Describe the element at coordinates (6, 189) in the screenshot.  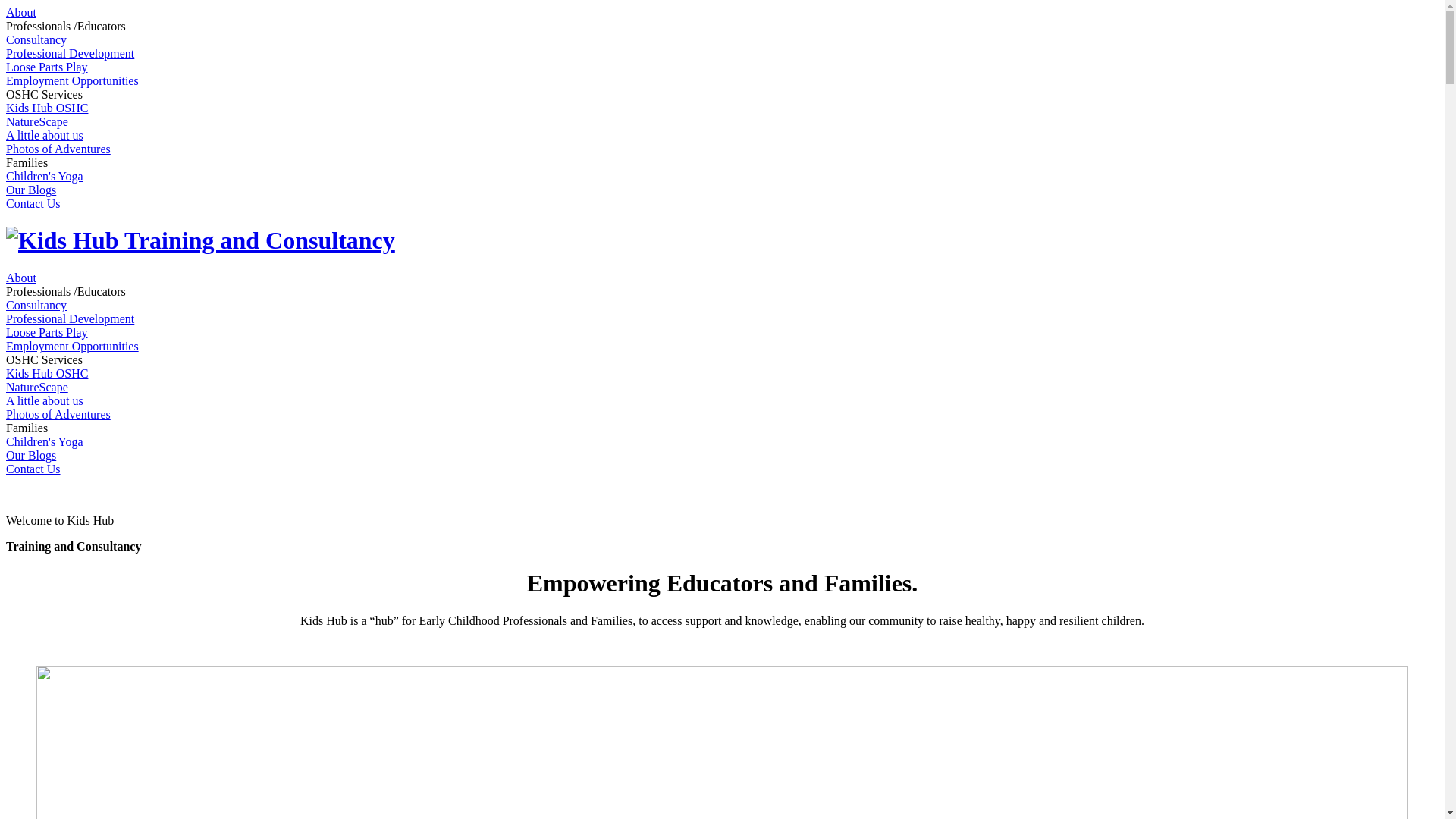
I see `'Our Blogs'` at that location.